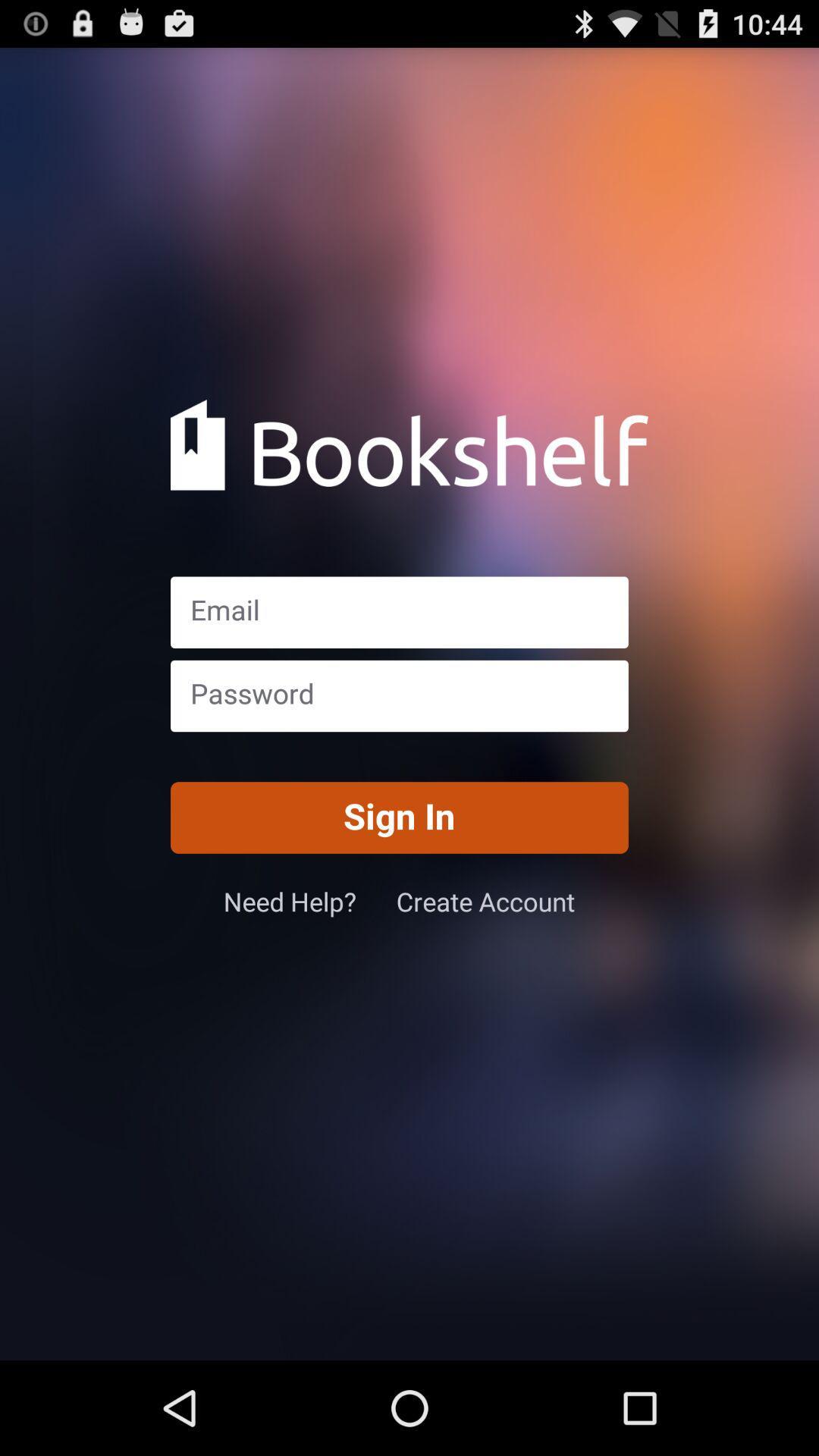  I want to click on password, so click(398, 695).